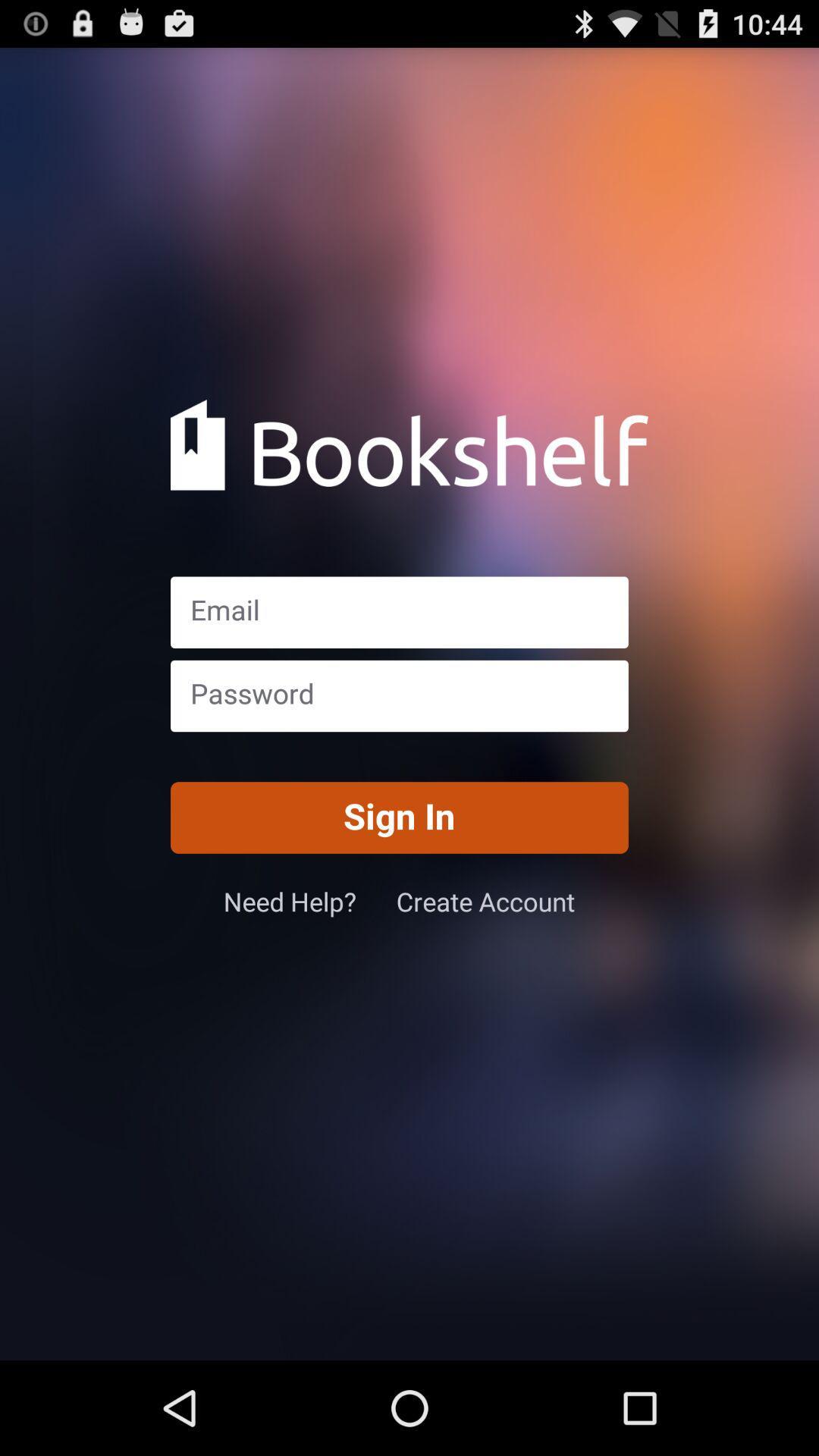  I want to click on password, so click(398, 695).